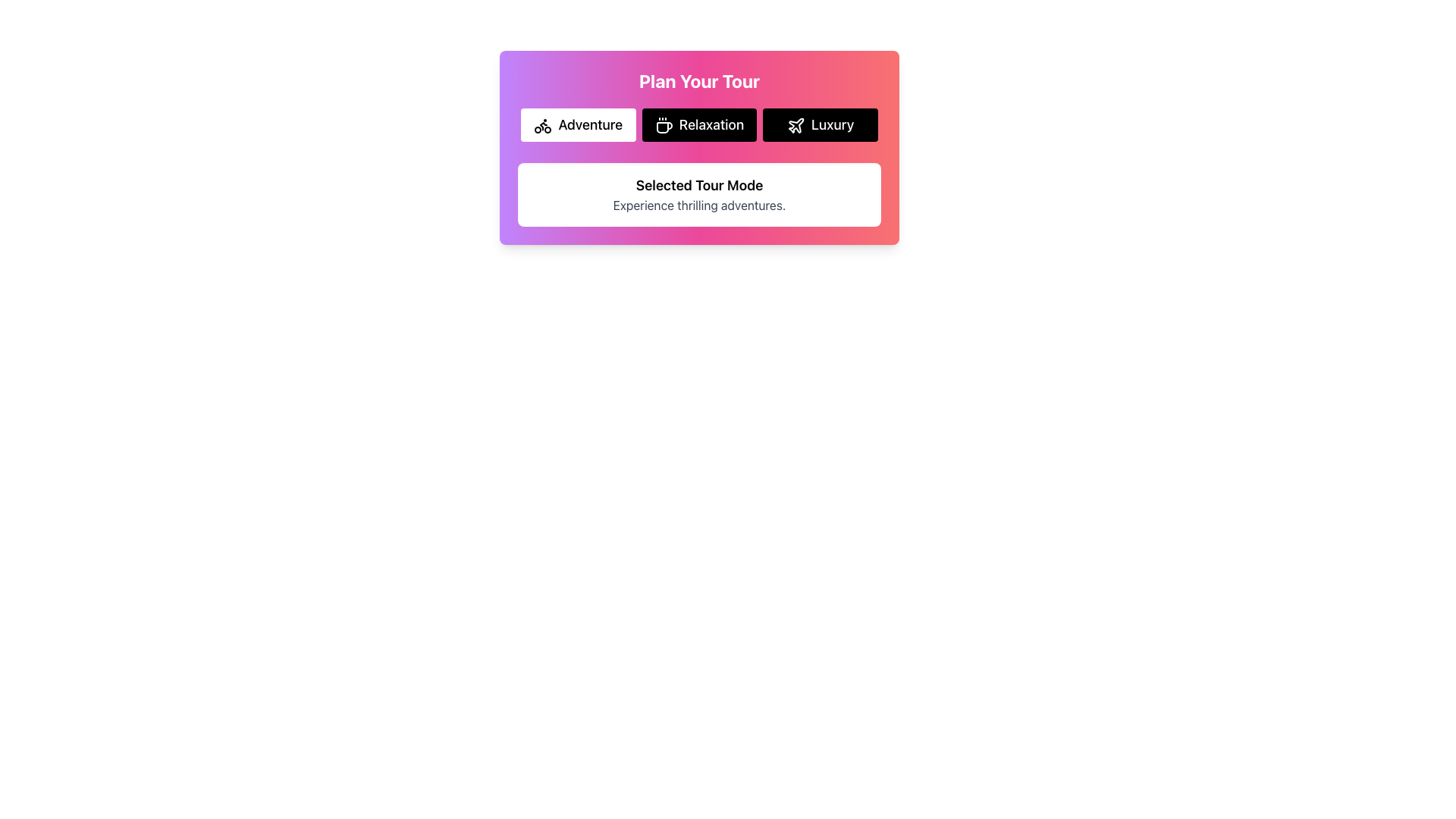 The image size is (1456, 819). What do you see at coordinates (698, 81) in the screenshot?
I see `the text heading that introduces the section about planning a tour, located at the top of a card with a gradient background and rounded corners` at bounding box center [698, 81].